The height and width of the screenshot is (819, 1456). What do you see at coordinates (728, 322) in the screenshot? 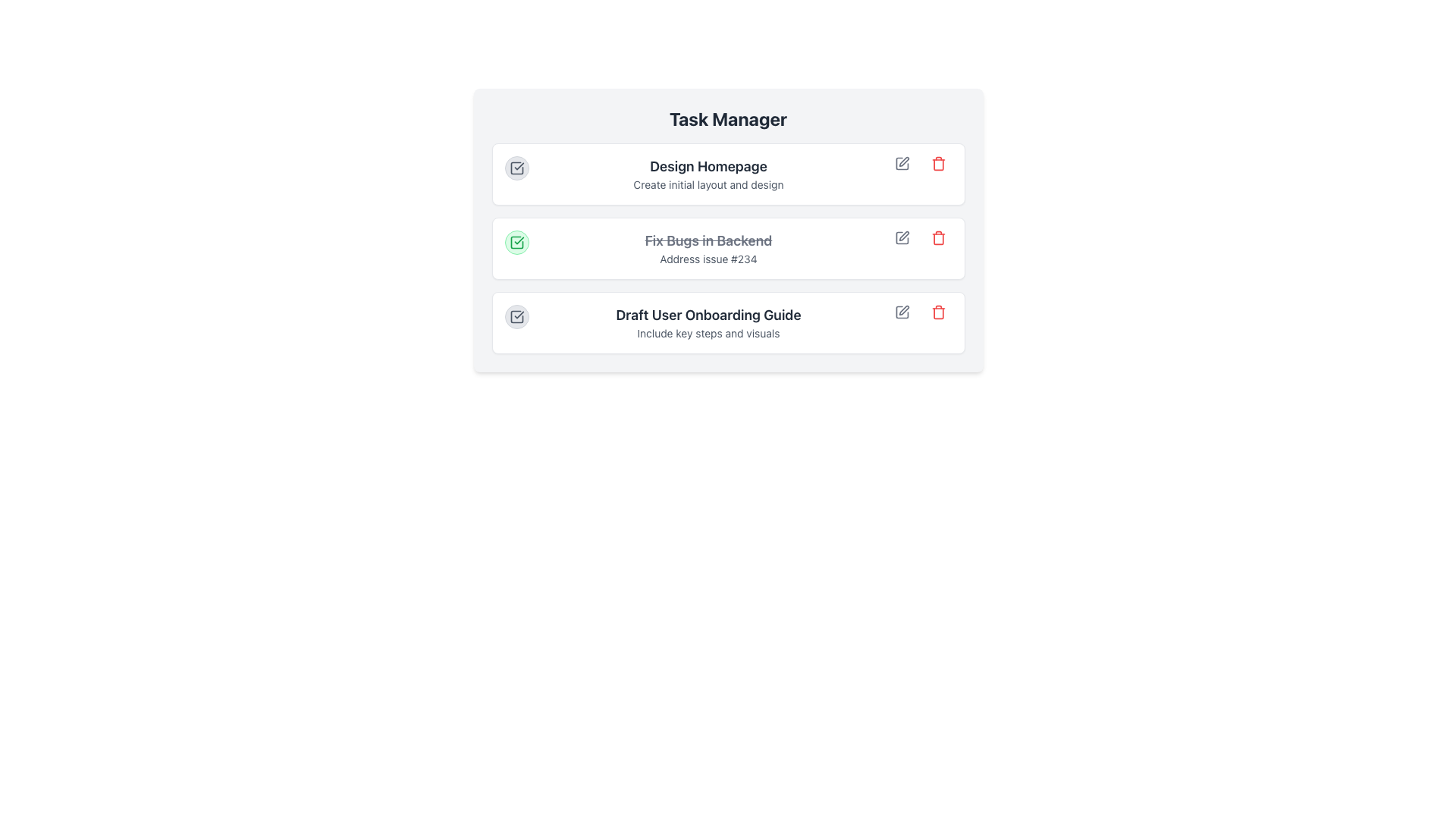
I see `the third list item titled 'Draft User Onboarding Guide' to interact with the embedded icons` at bounding box center [728, 322].